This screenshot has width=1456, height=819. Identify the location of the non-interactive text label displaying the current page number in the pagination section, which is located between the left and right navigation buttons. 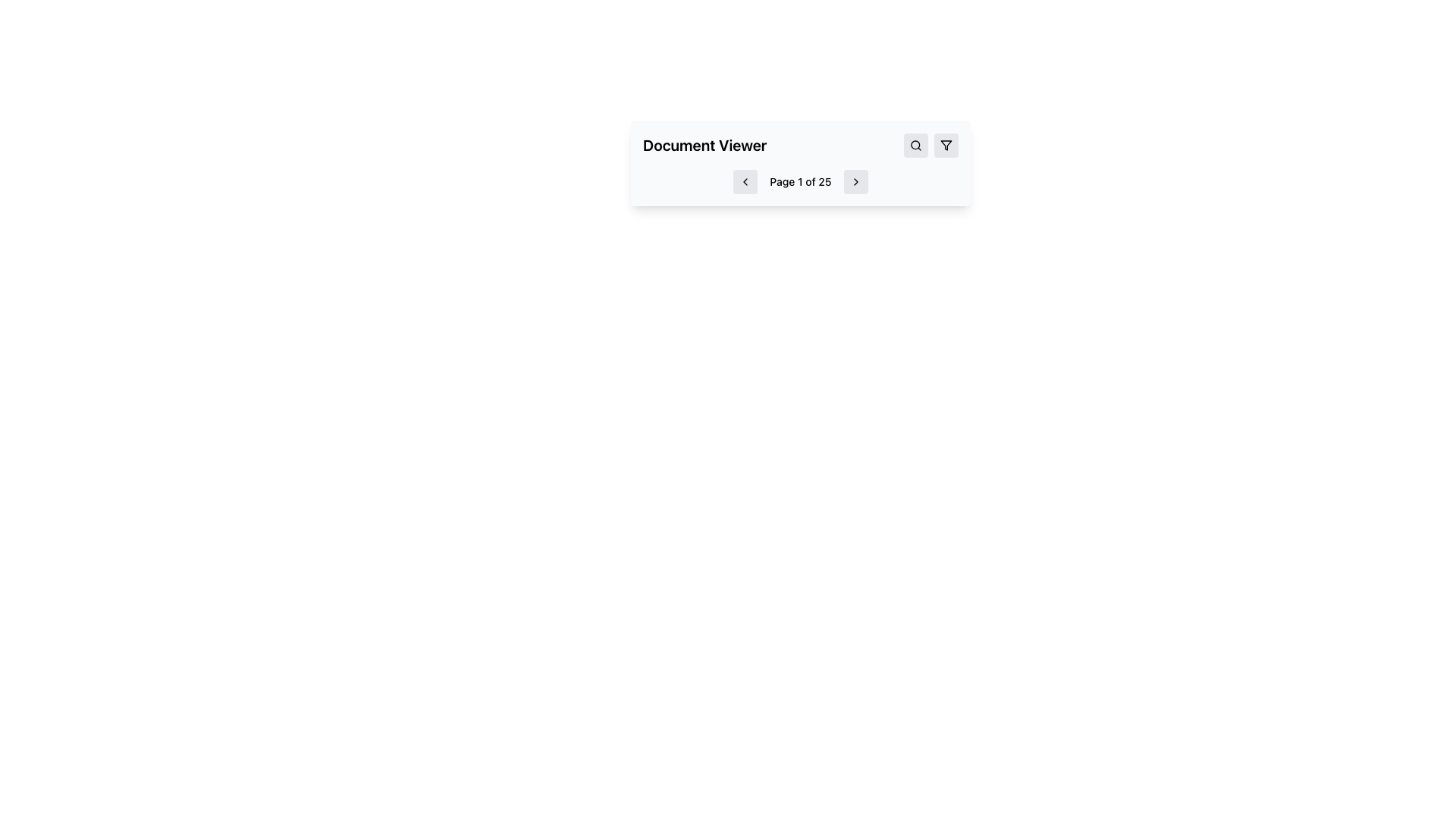
(800, 180).